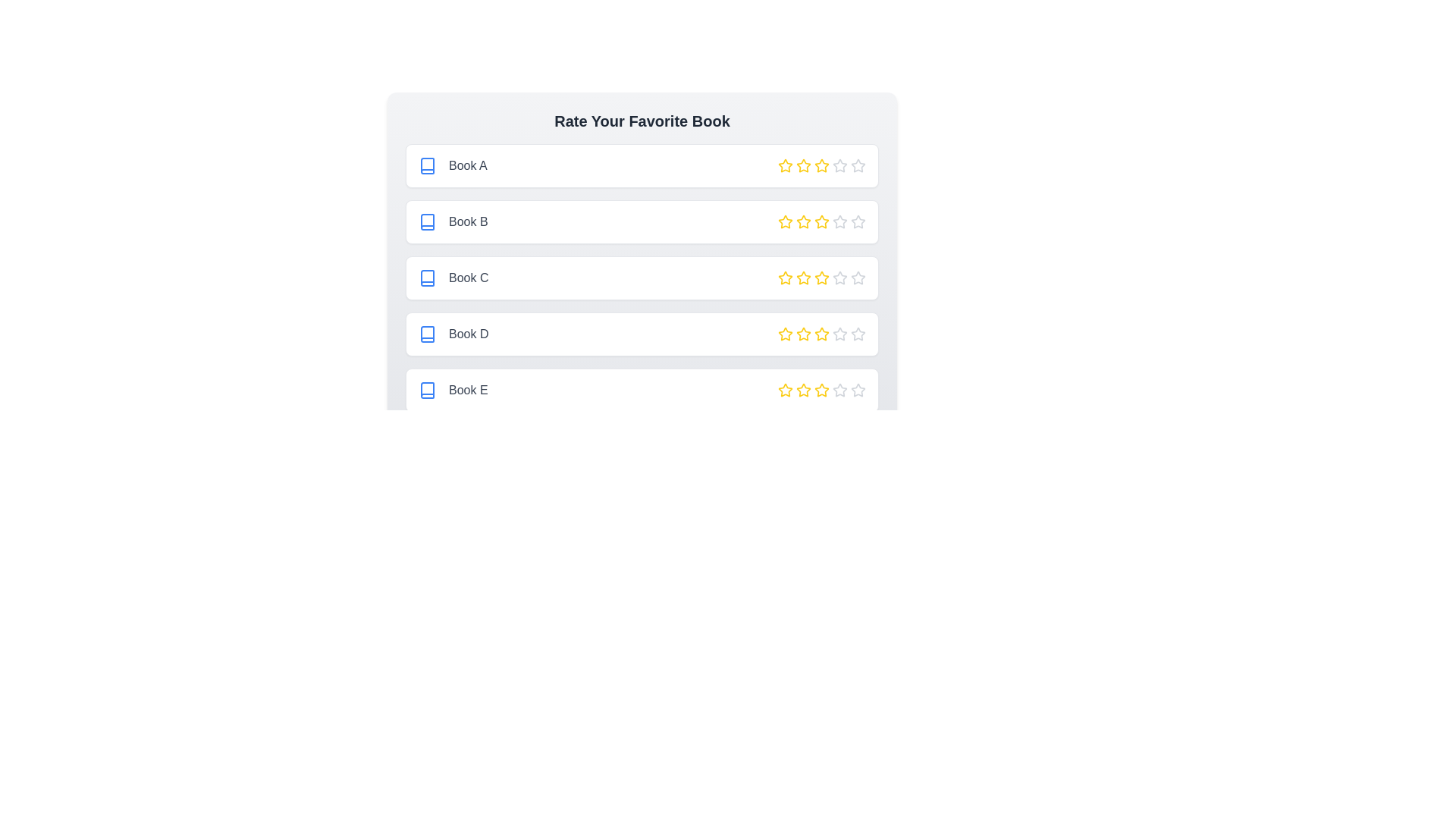 Image resolution: width=1456 pixels, height=819 pixels. Describe the element at coordinates (821, 166) in the screenshot. I see `the star corresponding to 3 stars for the book titled Book A` at that location.